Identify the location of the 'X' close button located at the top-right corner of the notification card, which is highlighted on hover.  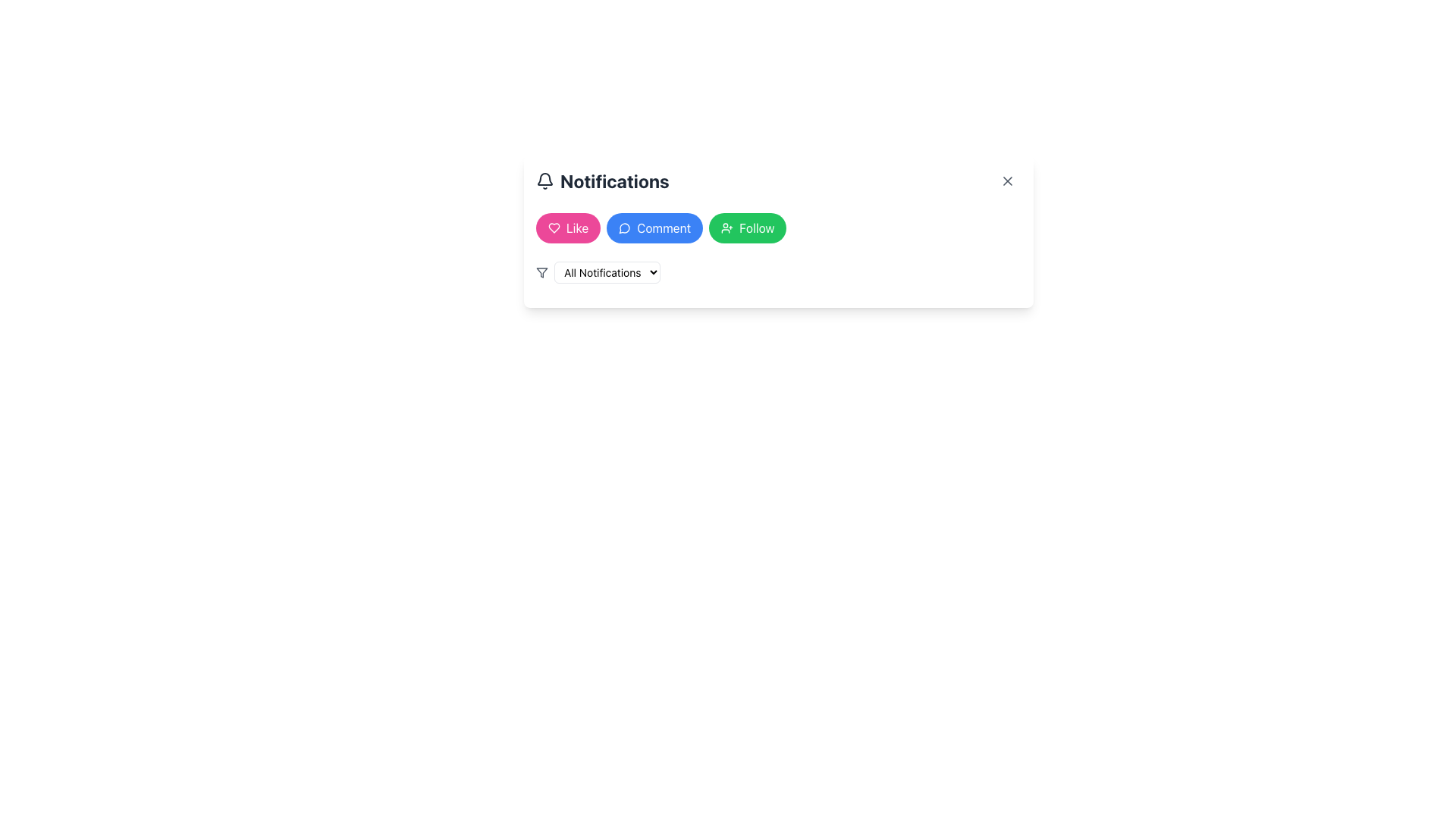
(1008, 180).